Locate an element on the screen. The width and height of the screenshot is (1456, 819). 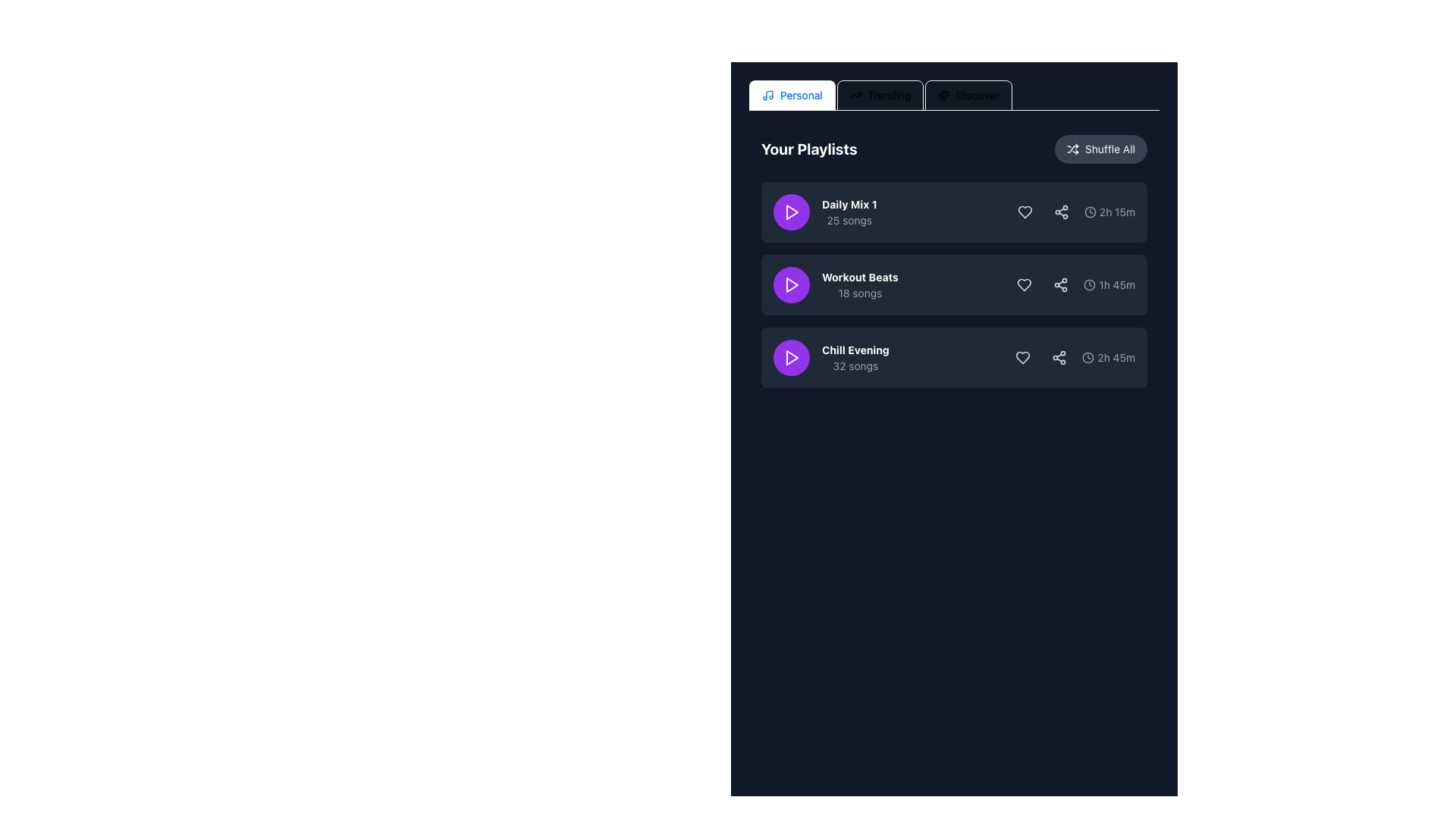
the second share icon, which is a gray graphical depiction of three connected circles arranged in a triangular formation, located to the right of the 'Workout Beats' row in the playlist section, to initiate sharing options is located at coordinates (1060, 284).